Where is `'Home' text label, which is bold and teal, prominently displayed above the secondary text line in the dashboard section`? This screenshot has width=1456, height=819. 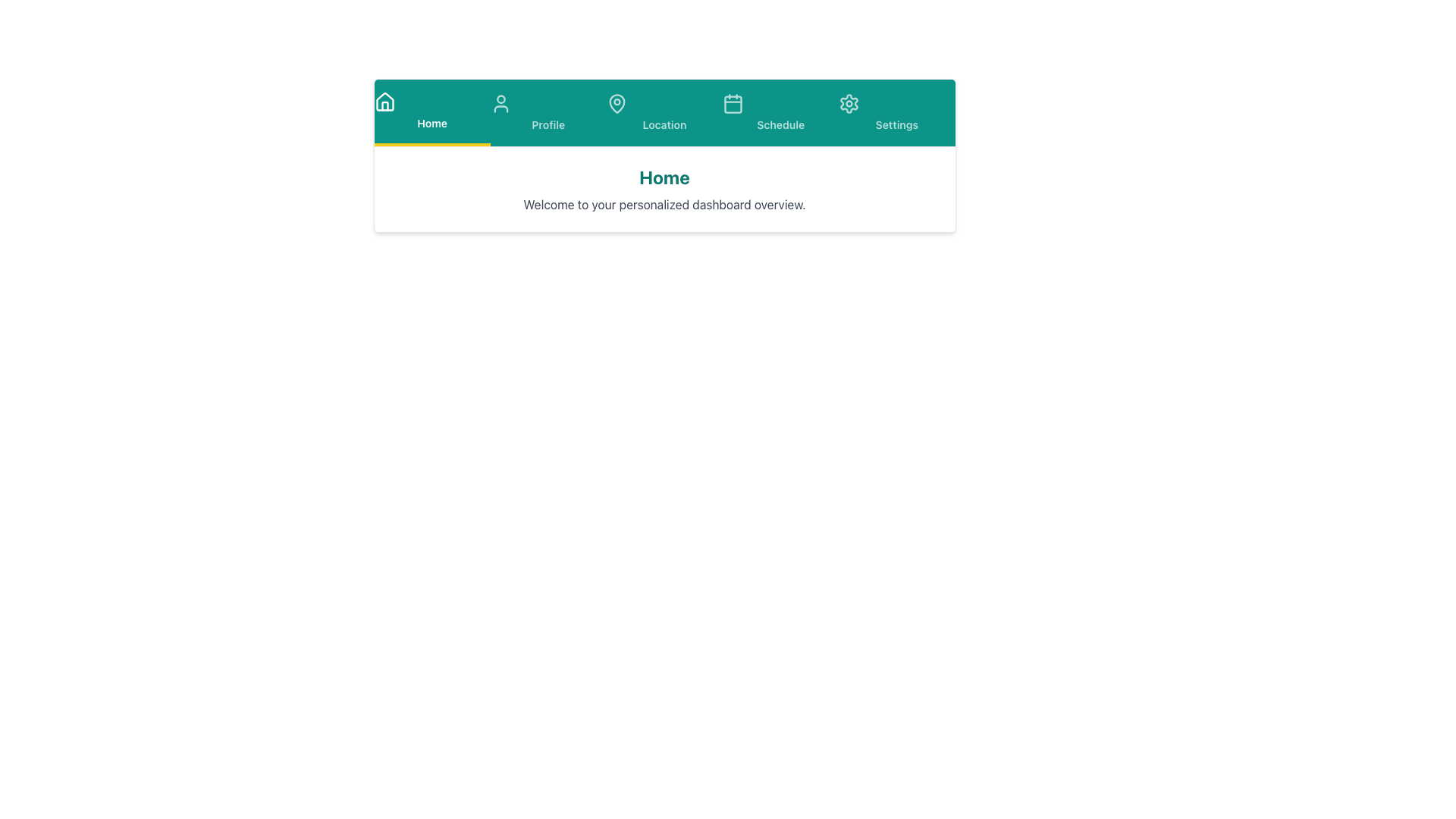 'Home' text label, which is bold and teal, prominently displayed above the secondary text line in the dashboard section is located at coordinates (664, 177).